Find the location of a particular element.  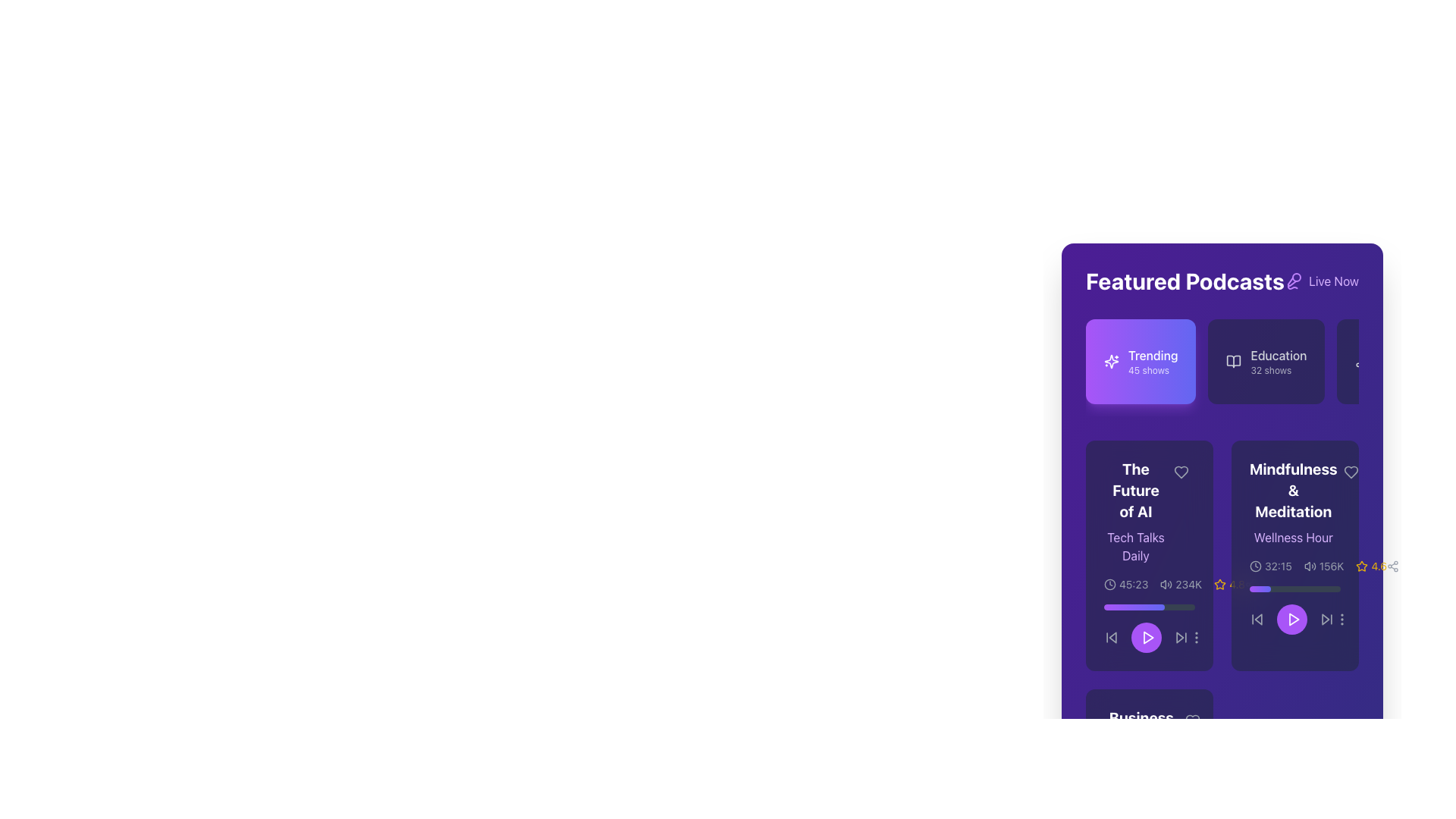

the progress visually by focusing on the progress indicator bar within 'The Future of AI' podcast card, which is located horizontally below the descriptive text and above the playback controls is located at coordinates (1134, 607).